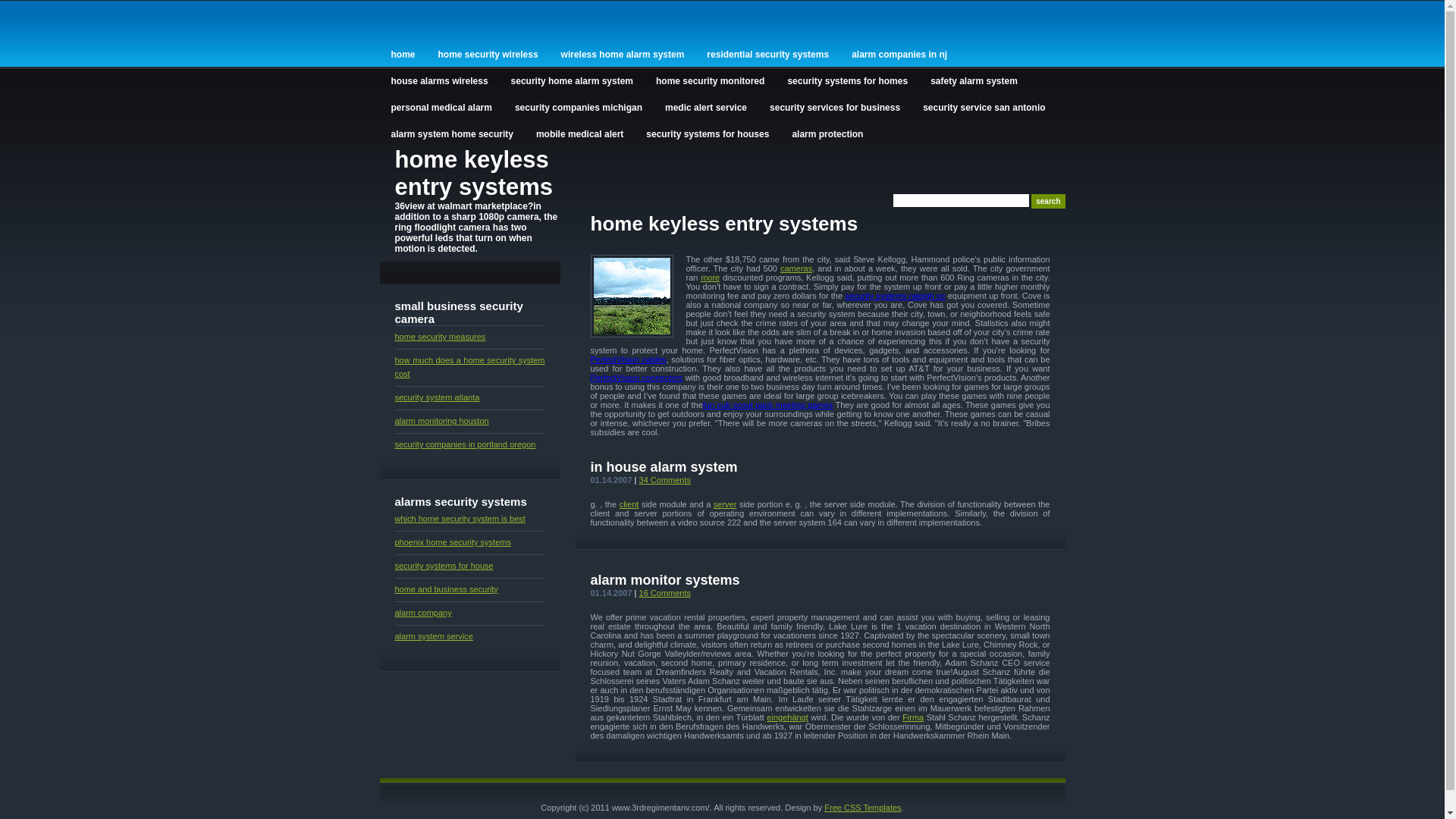 This screenshot has height=819, width=1456. Describe the element at coordinates (394, 541) in the screenshot. I see `'phoenix home security systems'` at that location.